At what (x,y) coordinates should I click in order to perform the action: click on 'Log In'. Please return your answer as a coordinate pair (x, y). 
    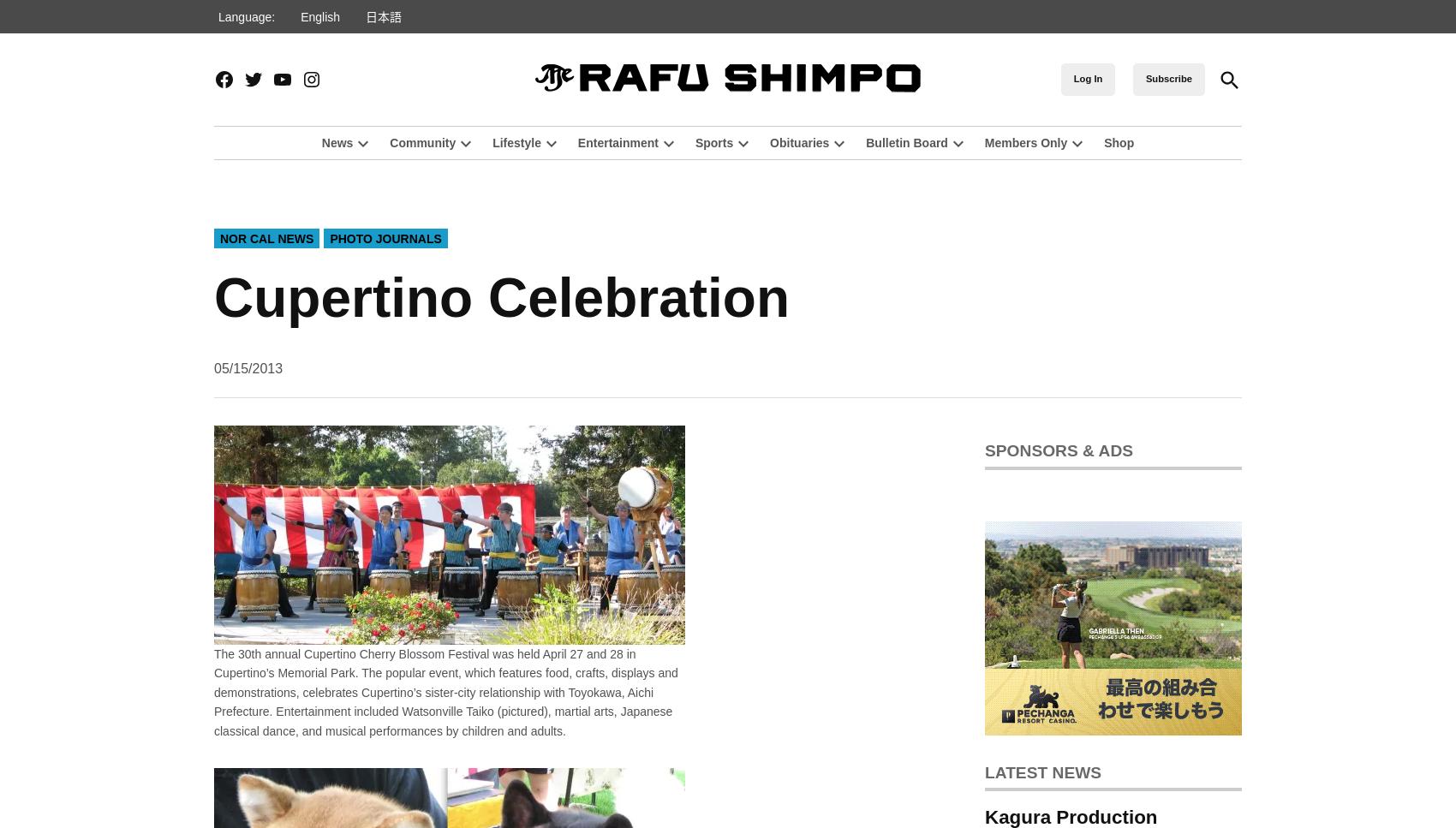
    Looking at the image, I should click on (1087, 78).